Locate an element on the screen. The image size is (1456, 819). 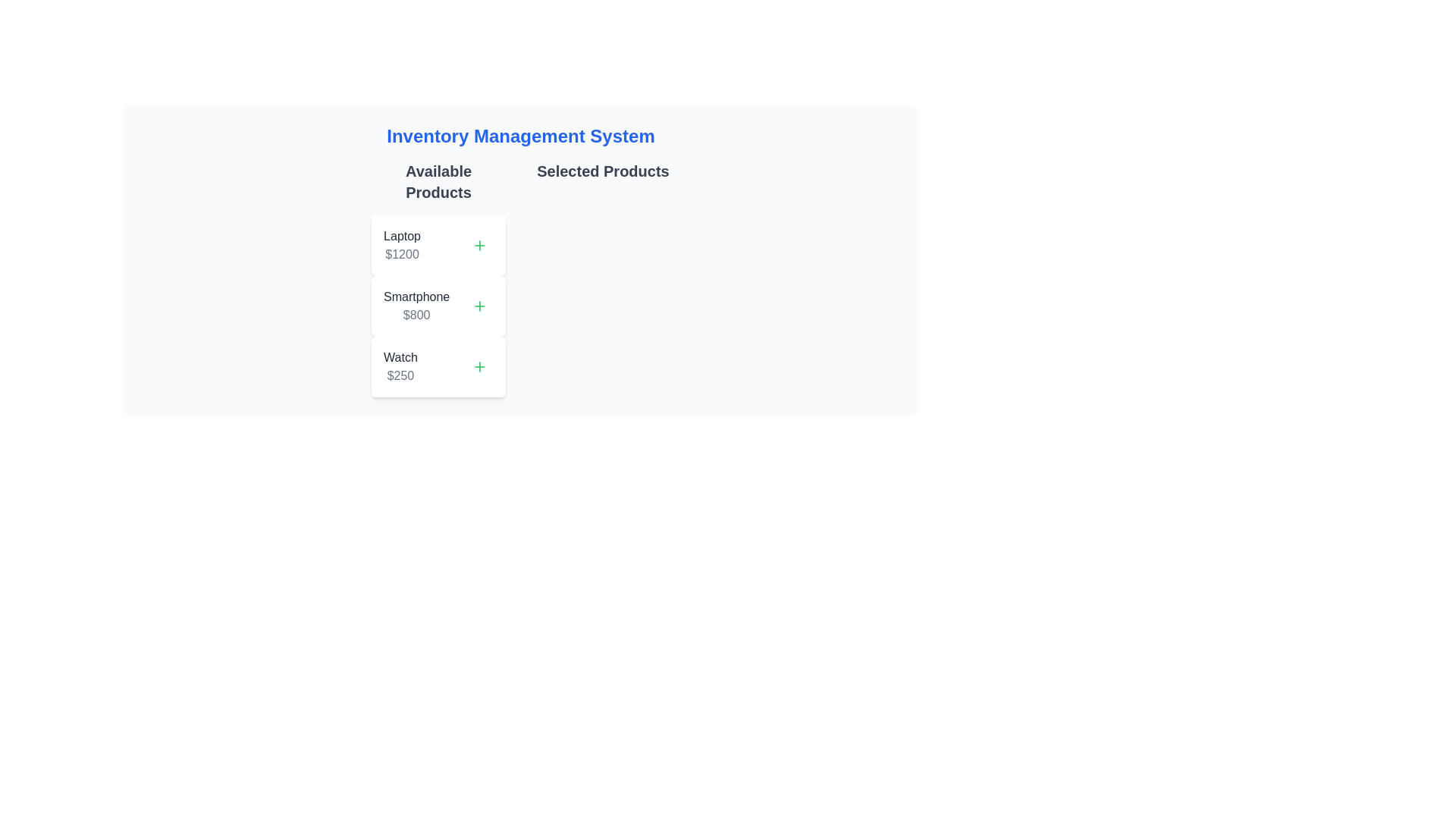
text content of the label displaying 'Laptop' located at the top-left corner of the first item card in the 'Available Products' section is located at coordinates (402, 237).